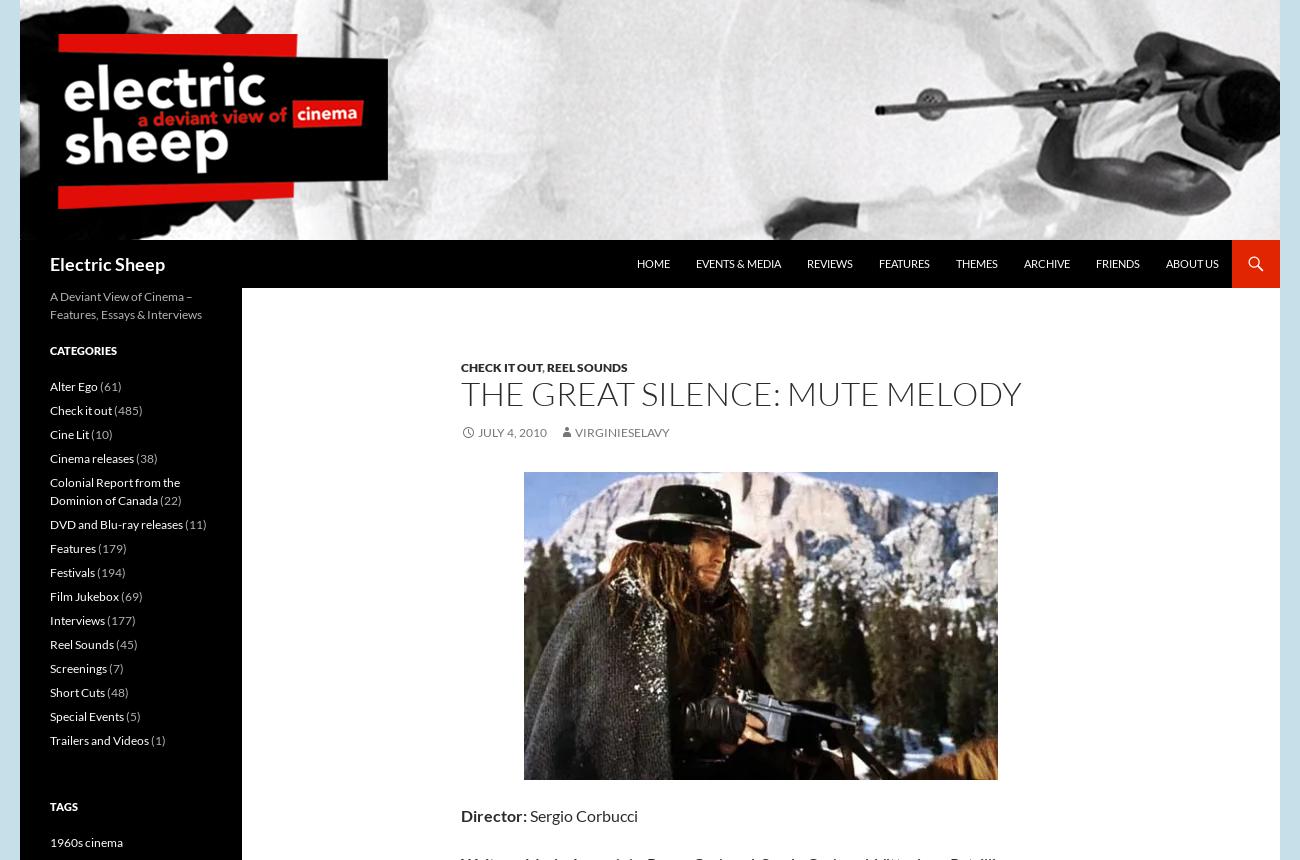 The width and height of the screenshot is (1300, 860). I want to click on 'Themes', so click(956, 263).